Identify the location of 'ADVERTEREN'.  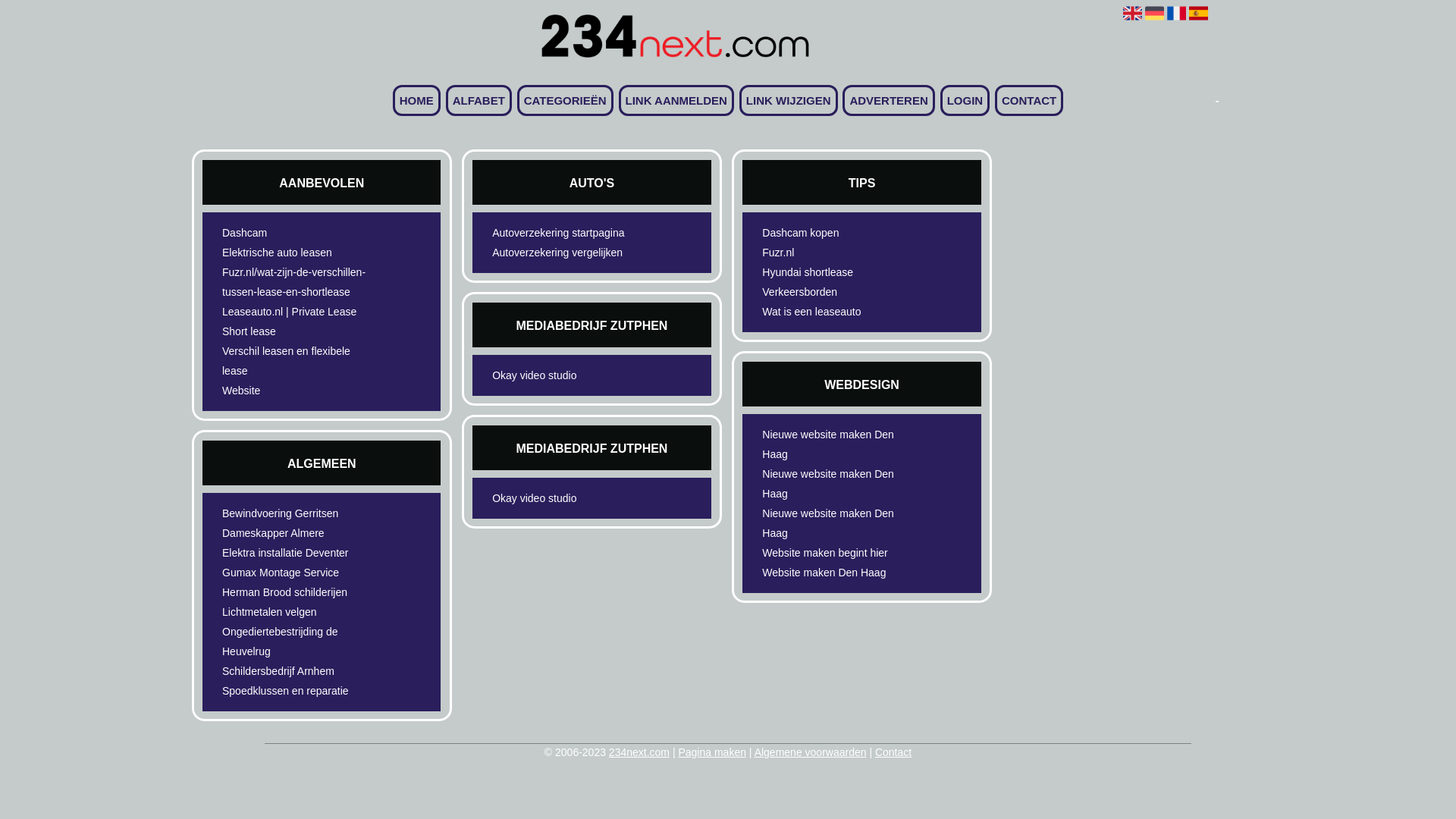
(888, 100).